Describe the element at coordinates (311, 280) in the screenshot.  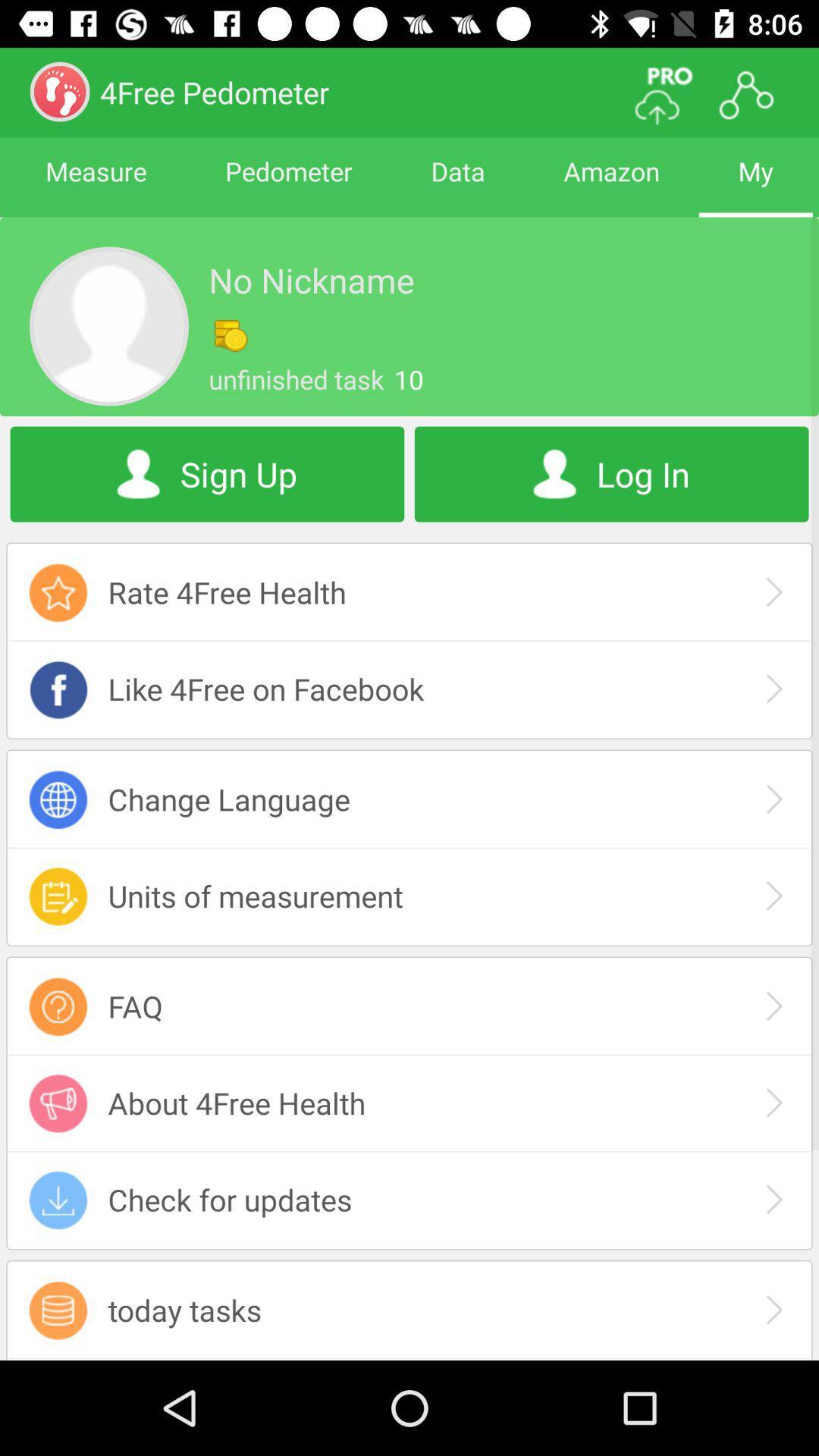
I see `no nickname app` at that location.